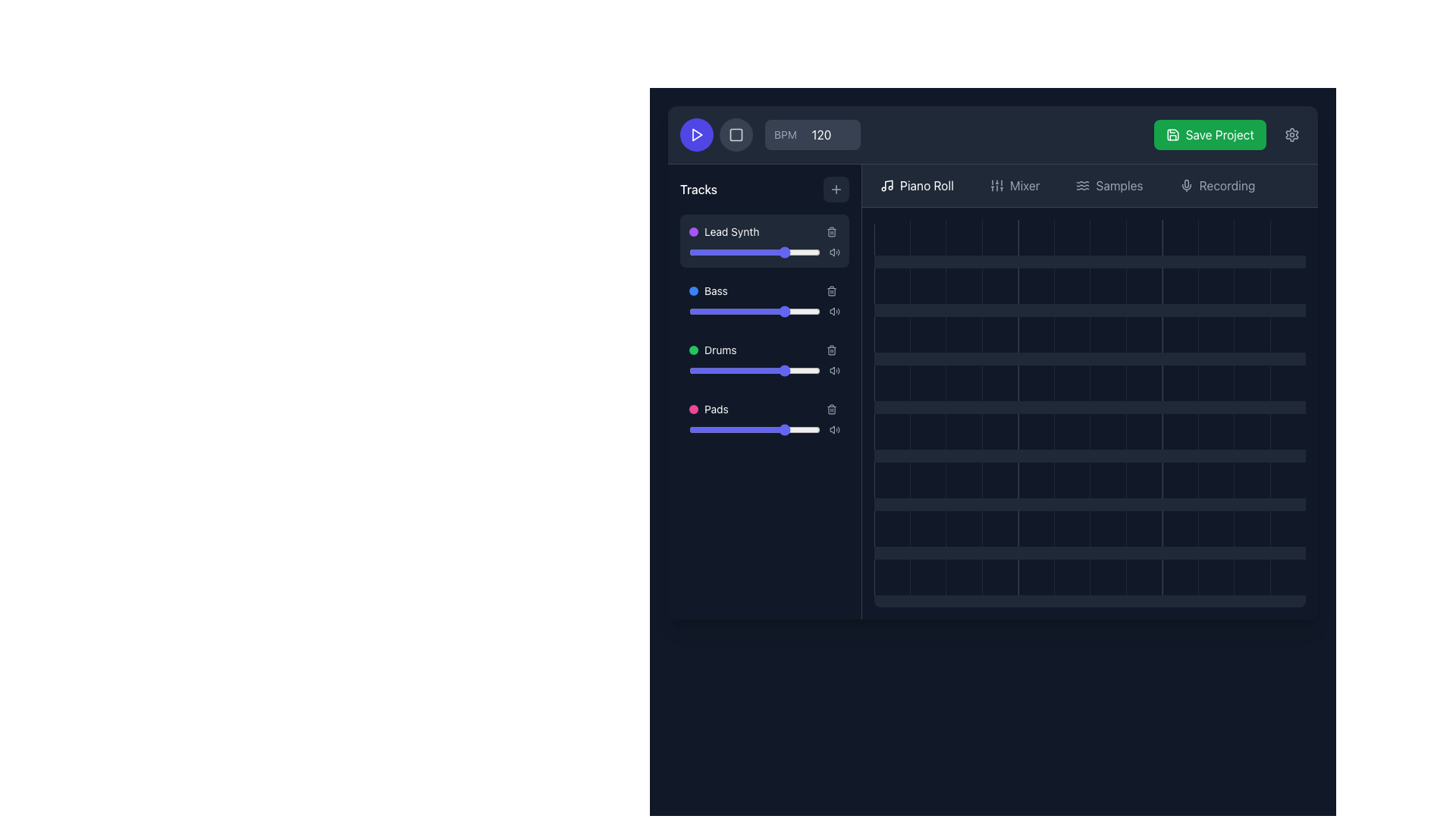 This screenshot has height=819, width=1456. I want to click on label 'Drums' which identifies the third track in the music composition interface, located in the left-hand 'Tracks' panel, so click(712, 350).